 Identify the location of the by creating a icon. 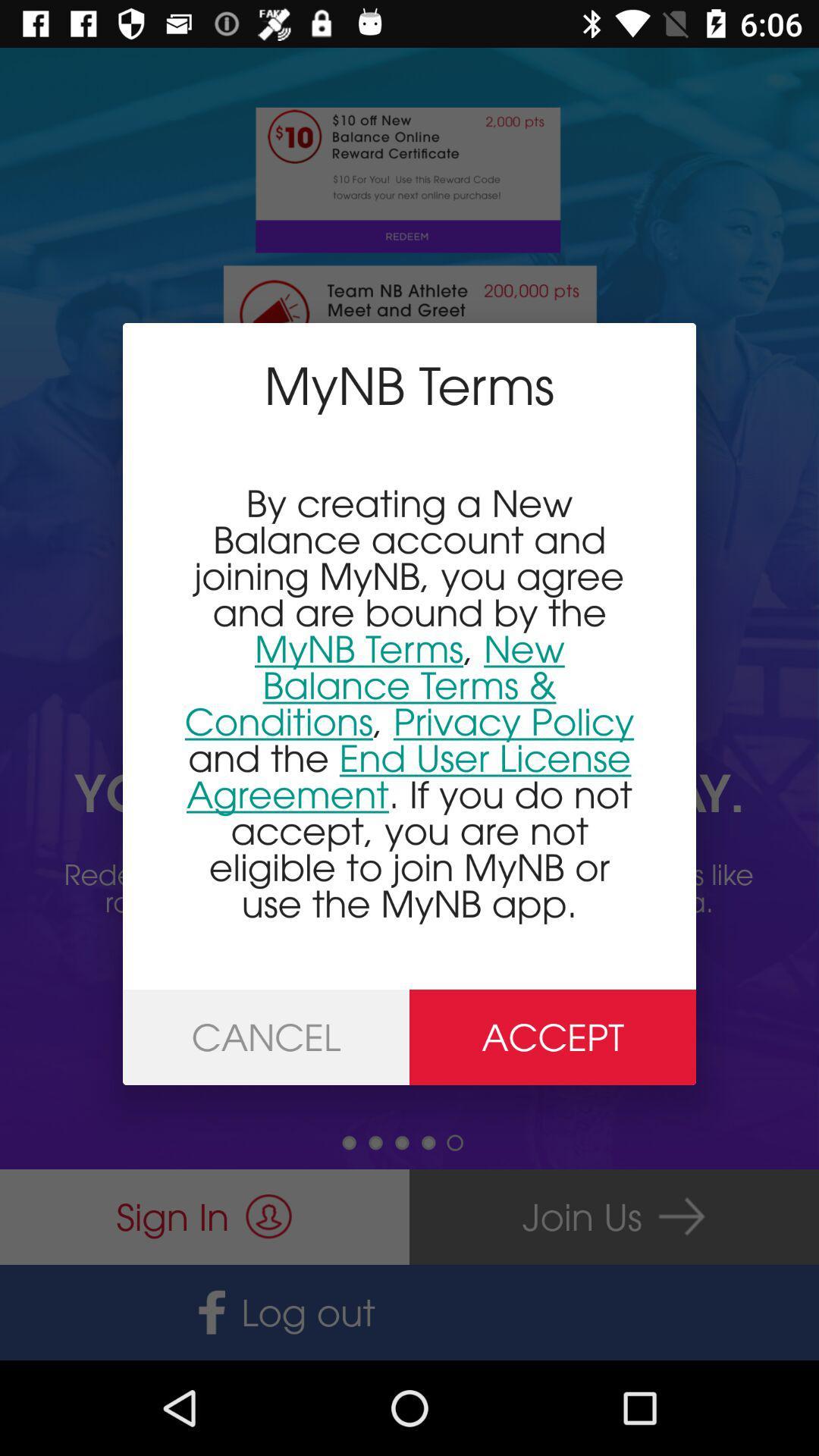
(409, 702).